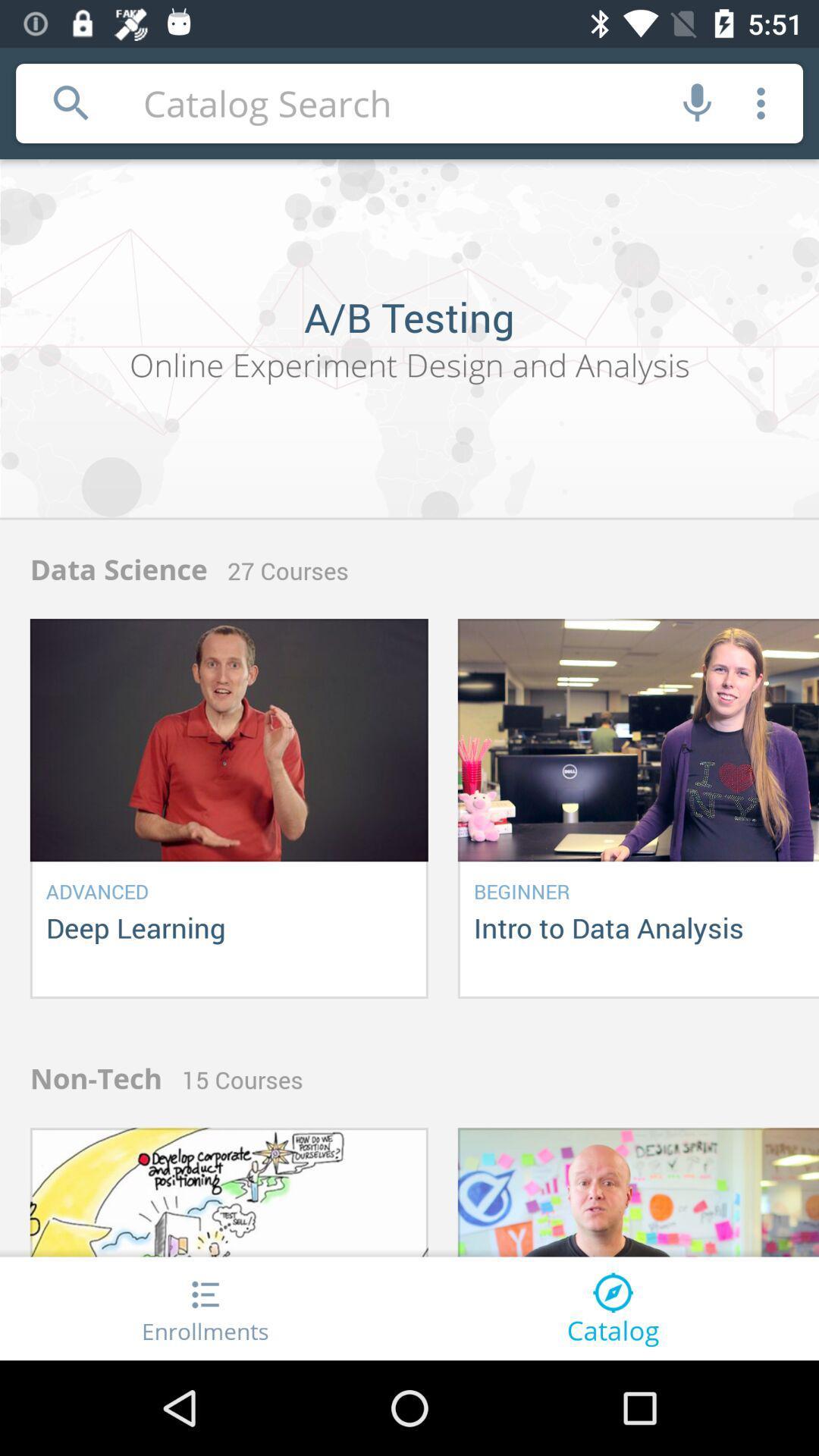 This screenshot has height=1456, width=819. I want to click on use microphone to search, so click(697, 102).